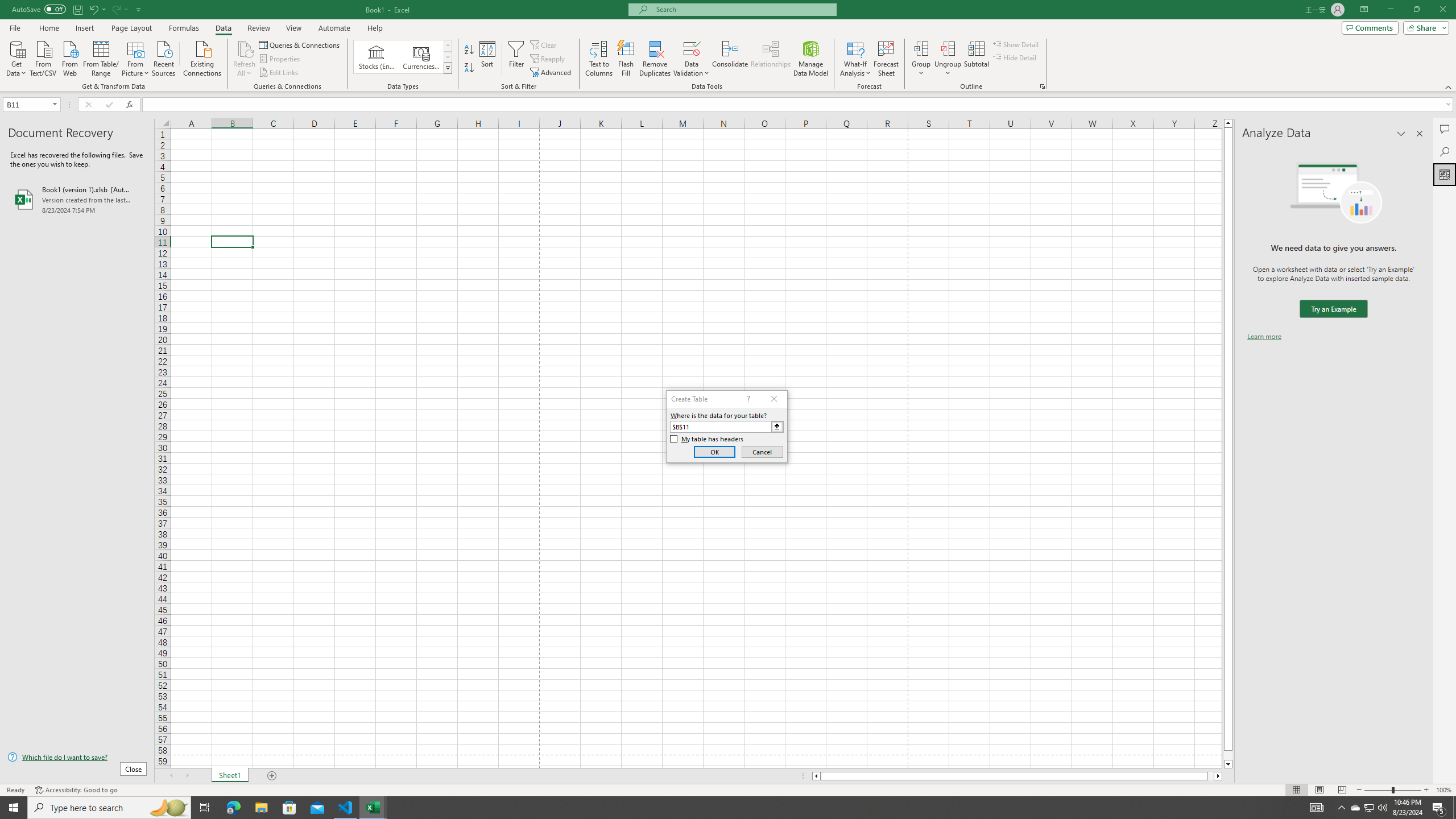 This screenshot has width=1456, height=819. I want to click on 'Manage Data Model', so click(810, 59).